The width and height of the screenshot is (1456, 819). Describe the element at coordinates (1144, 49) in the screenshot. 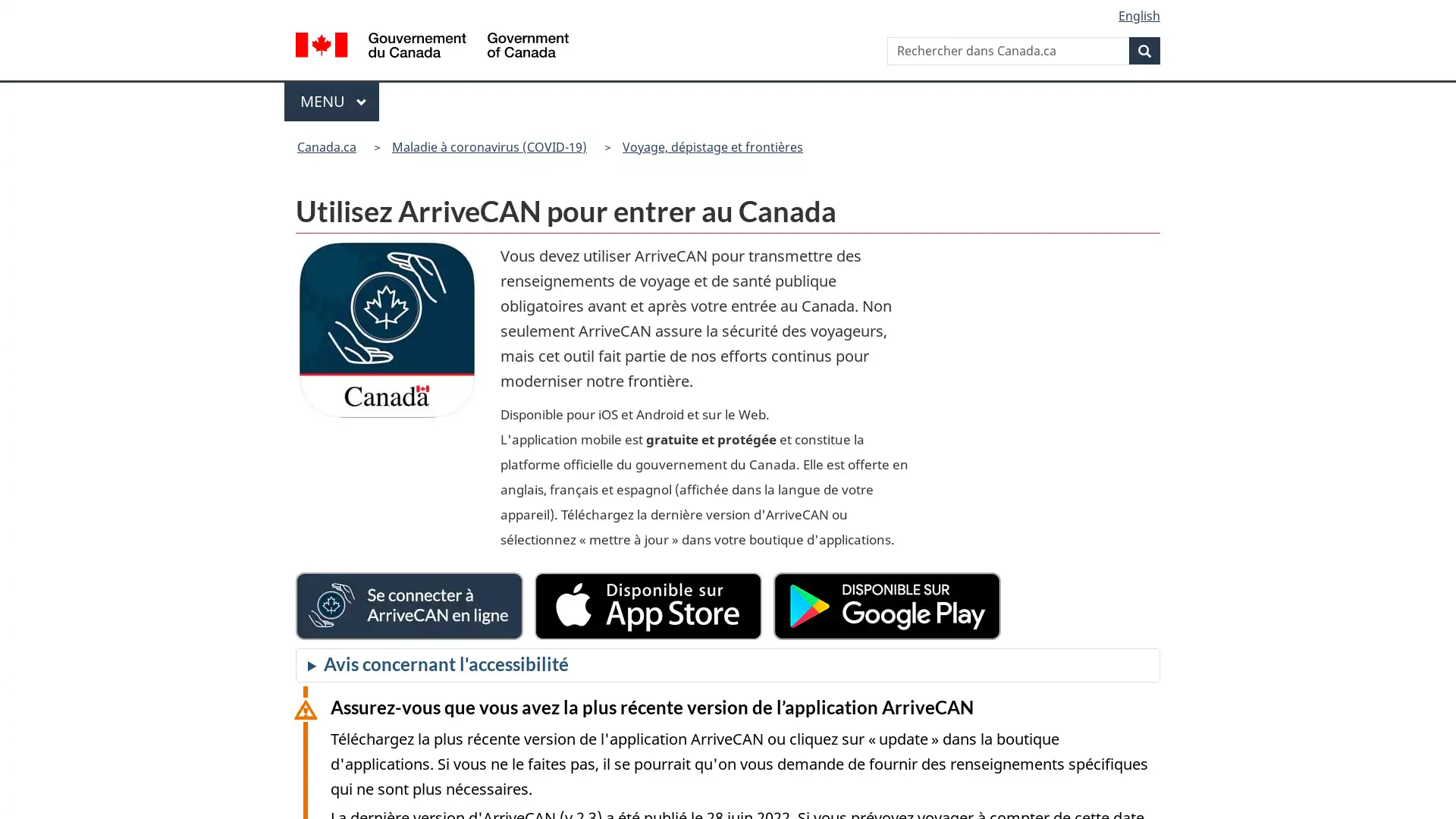

I see `Recherche` at that location.